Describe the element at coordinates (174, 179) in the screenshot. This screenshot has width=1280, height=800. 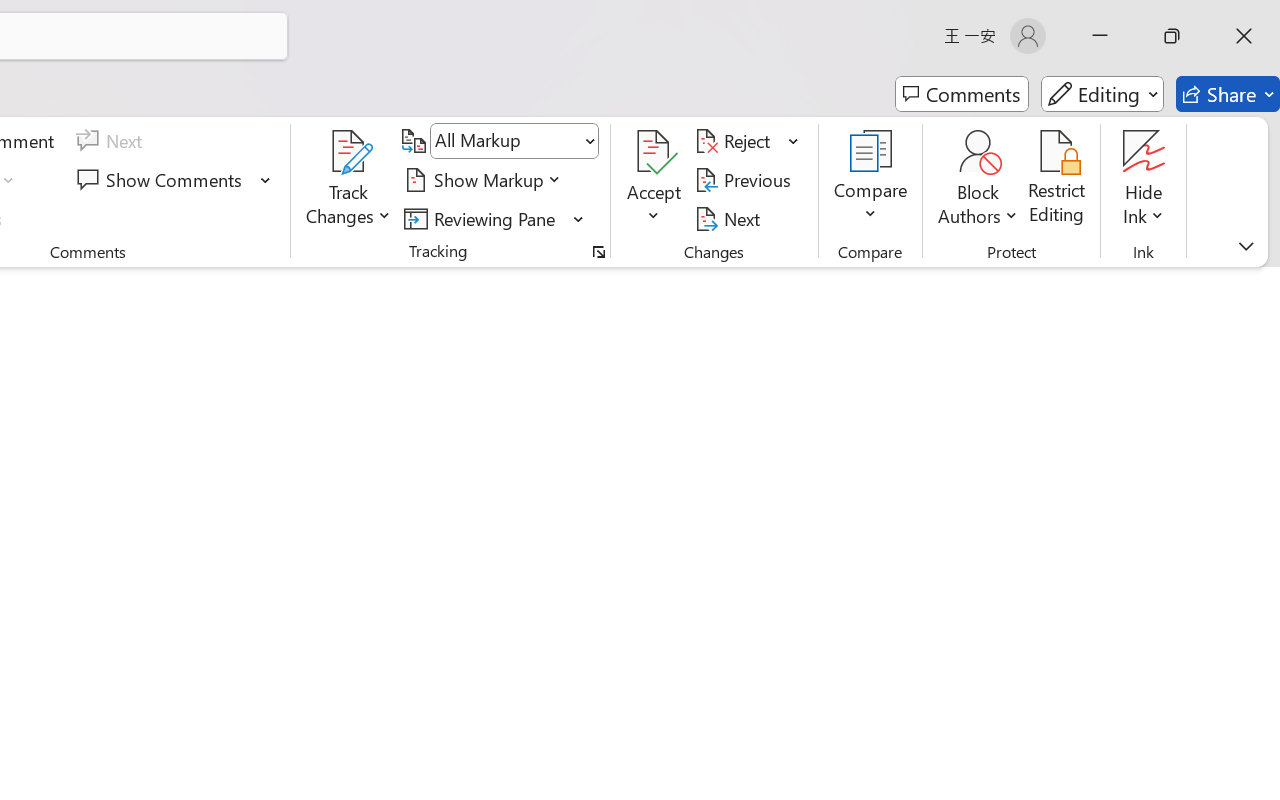
I see `'Show Comments'` at that location.